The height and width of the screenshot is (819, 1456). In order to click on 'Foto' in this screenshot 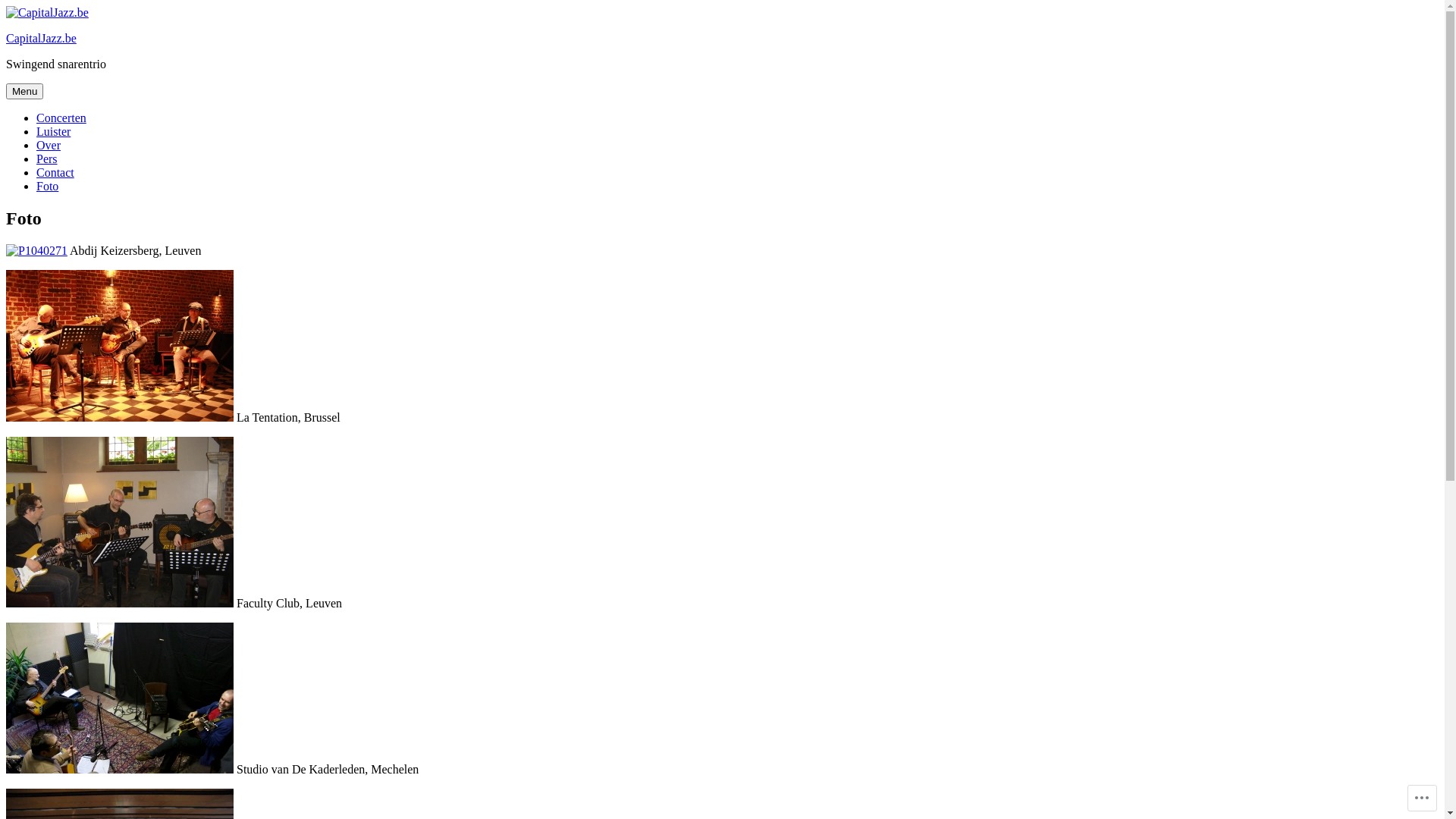, I will do `click(47, 185)`.